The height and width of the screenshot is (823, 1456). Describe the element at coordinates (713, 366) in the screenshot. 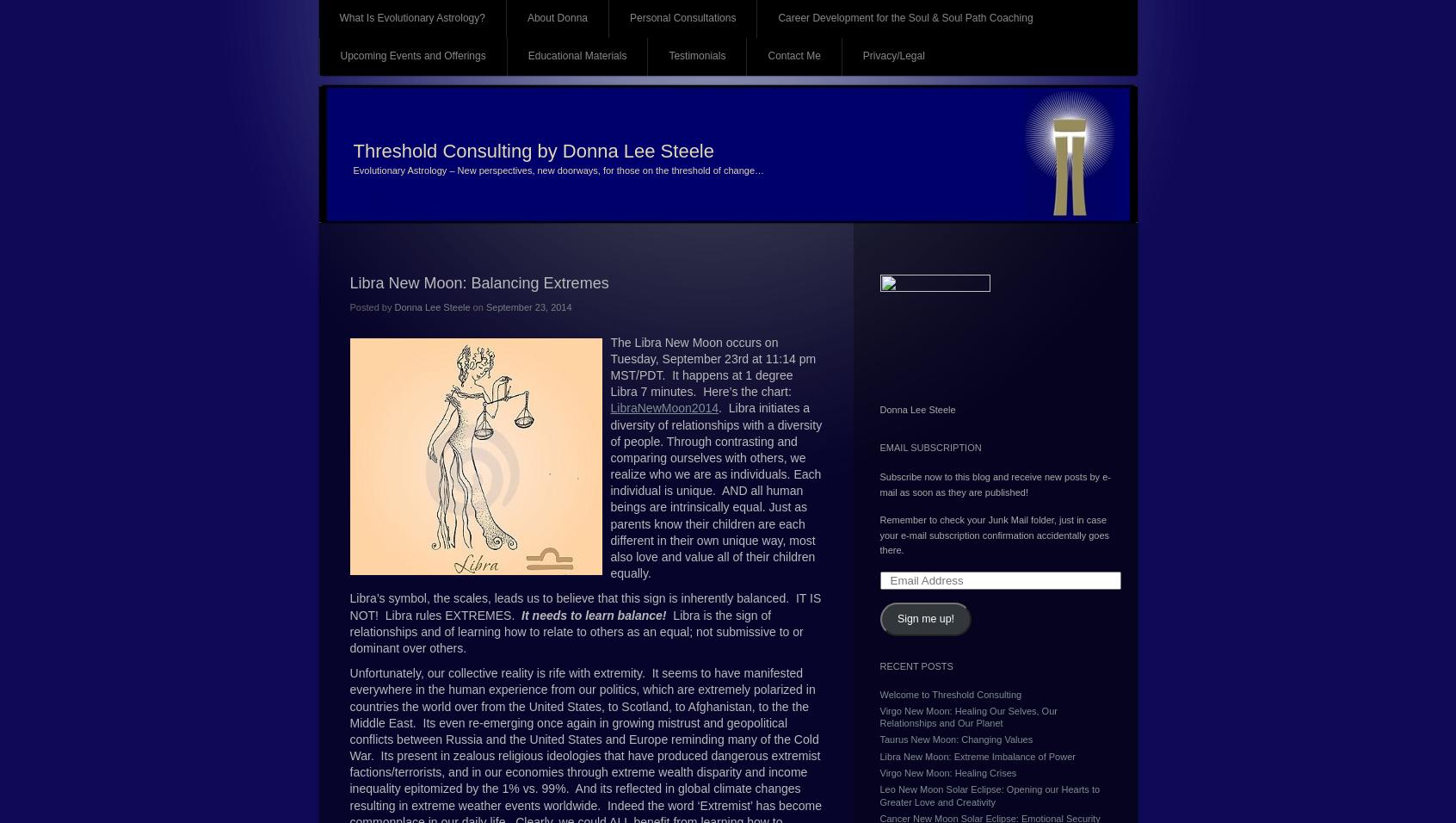

I see `'The Libra New Moon occurs on Tuesday, September 23rd at 11:14 pm MST/PDT.  It happens at 1 degree Libra 7 minutes.  Here’s the chart:'` at that location.